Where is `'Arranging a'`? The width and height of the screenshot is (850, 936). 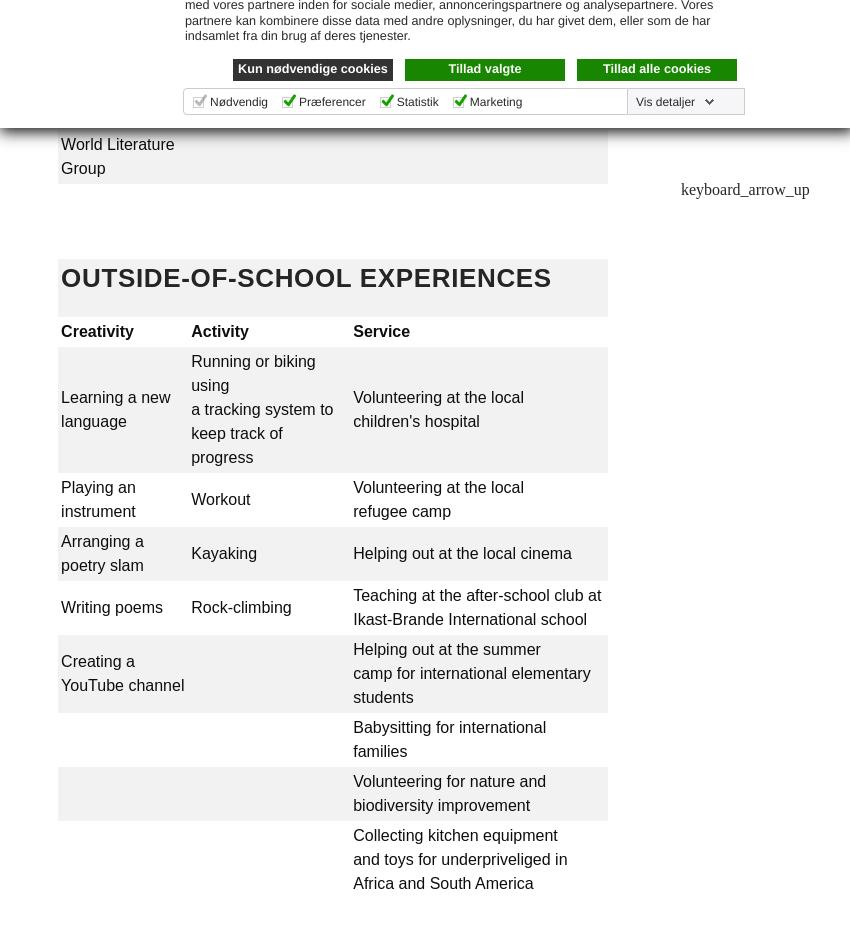
'Arranging a' is located at coordinates (101, 541).